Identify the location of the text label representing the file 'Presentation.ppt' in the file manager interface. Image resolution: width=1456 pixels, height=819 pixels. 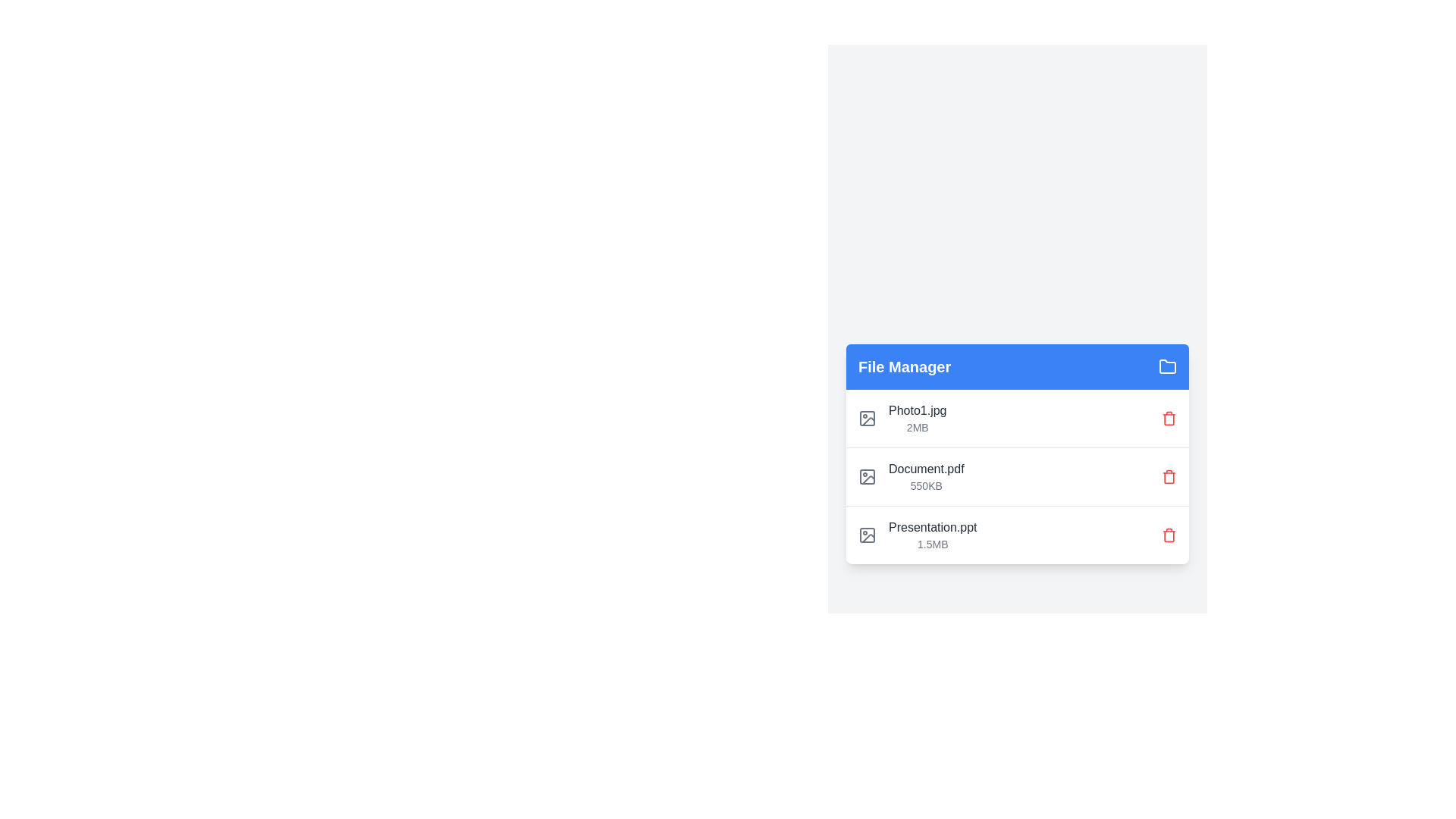
(932, 526).